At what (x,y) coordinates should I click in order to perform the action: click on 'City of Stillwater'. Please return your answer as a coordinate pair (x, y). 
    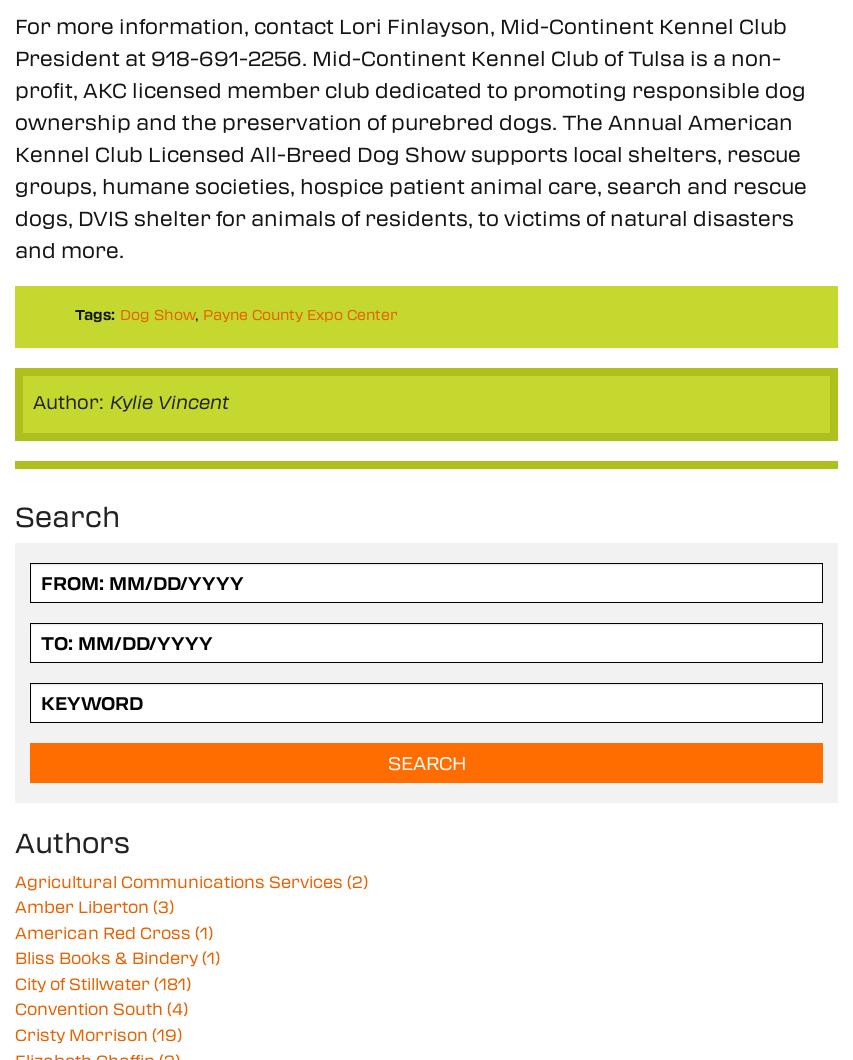
    Looking at the image, I should click on (83, 981).